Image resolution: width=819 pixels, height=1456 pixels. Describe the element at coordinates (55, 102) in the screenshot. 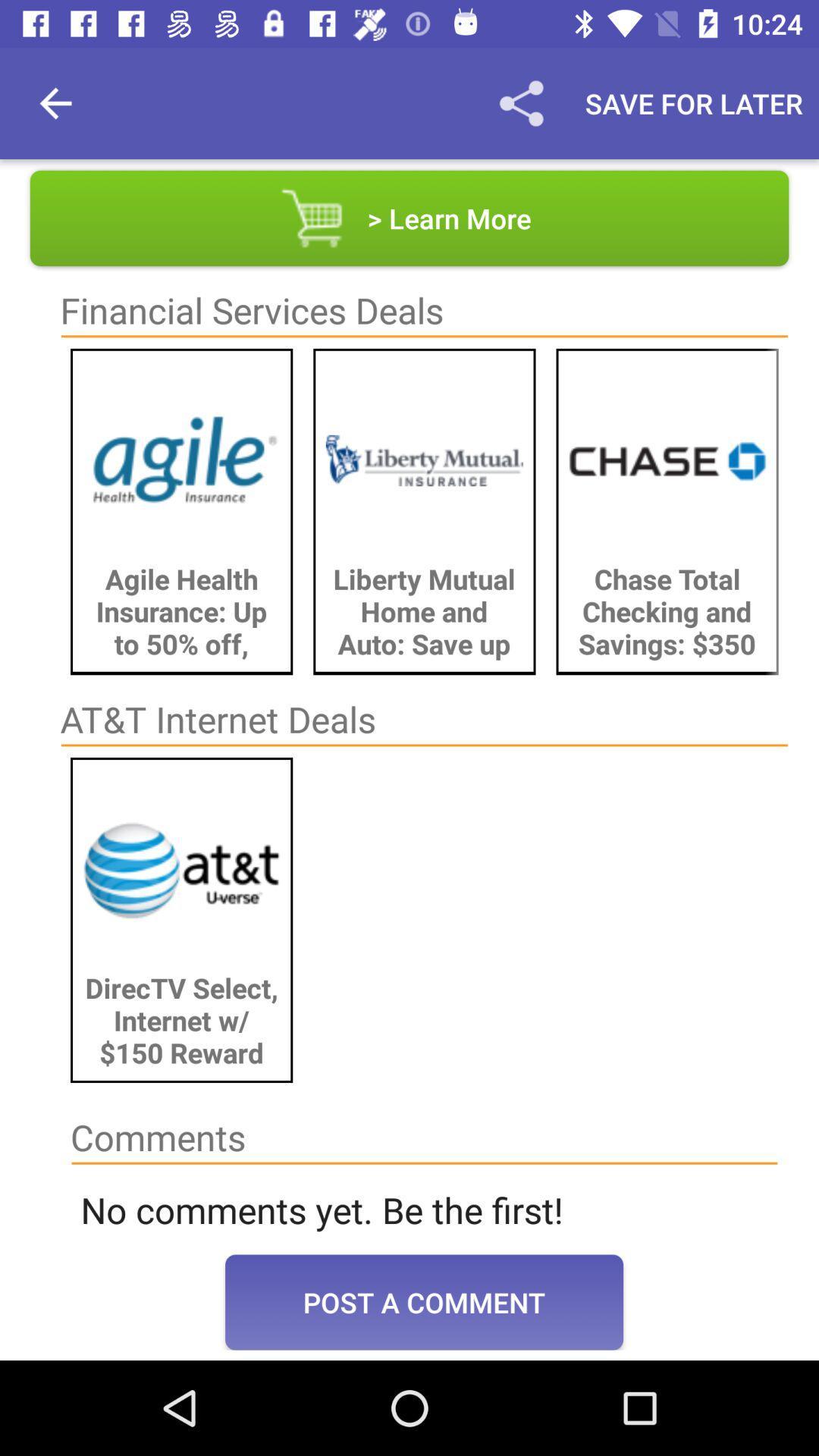

I see `item above the > learn more item` at that location.